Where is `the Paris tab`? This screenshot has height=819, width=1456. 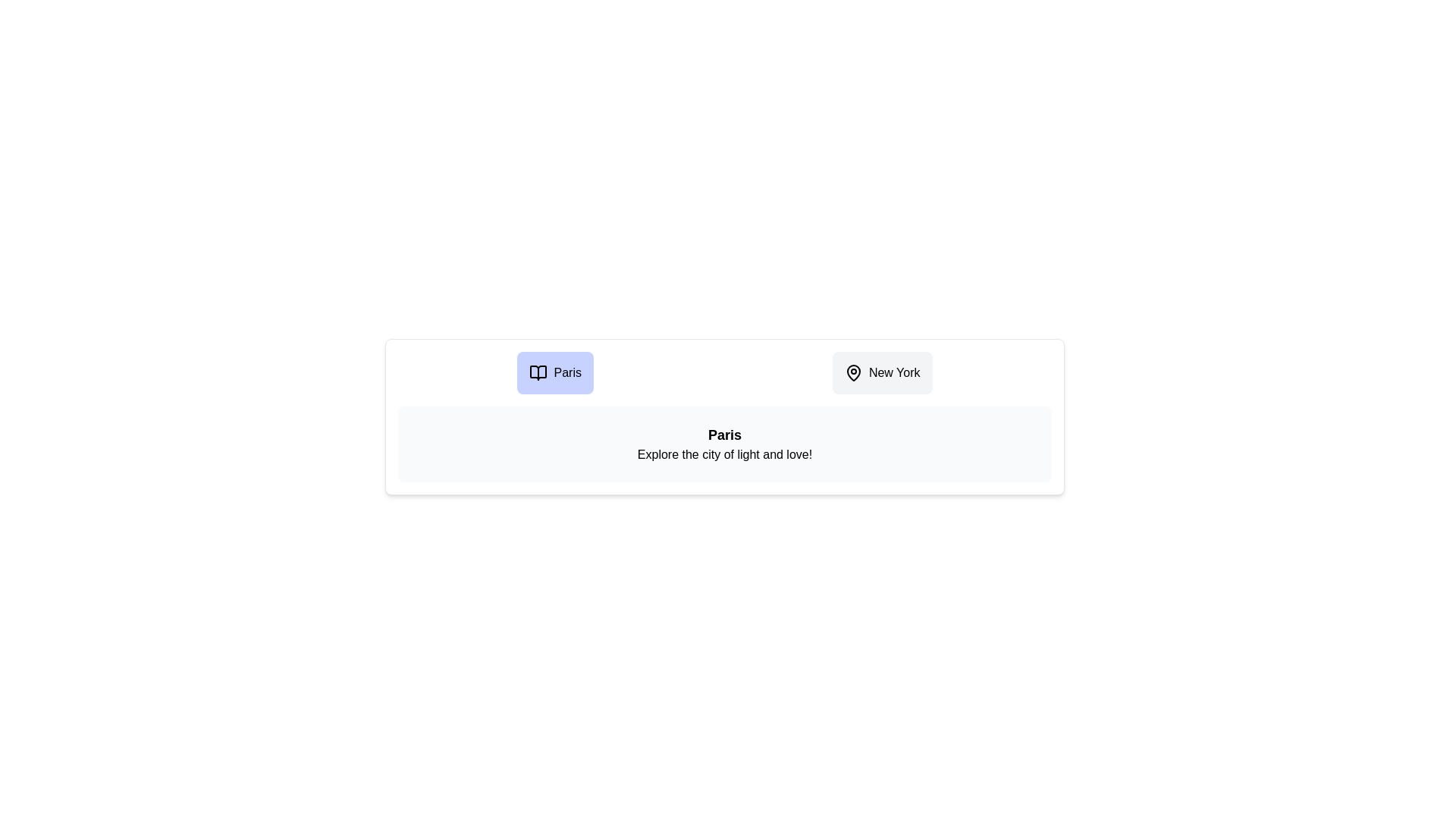 the Paris tab is located at coordinates (554, 373).